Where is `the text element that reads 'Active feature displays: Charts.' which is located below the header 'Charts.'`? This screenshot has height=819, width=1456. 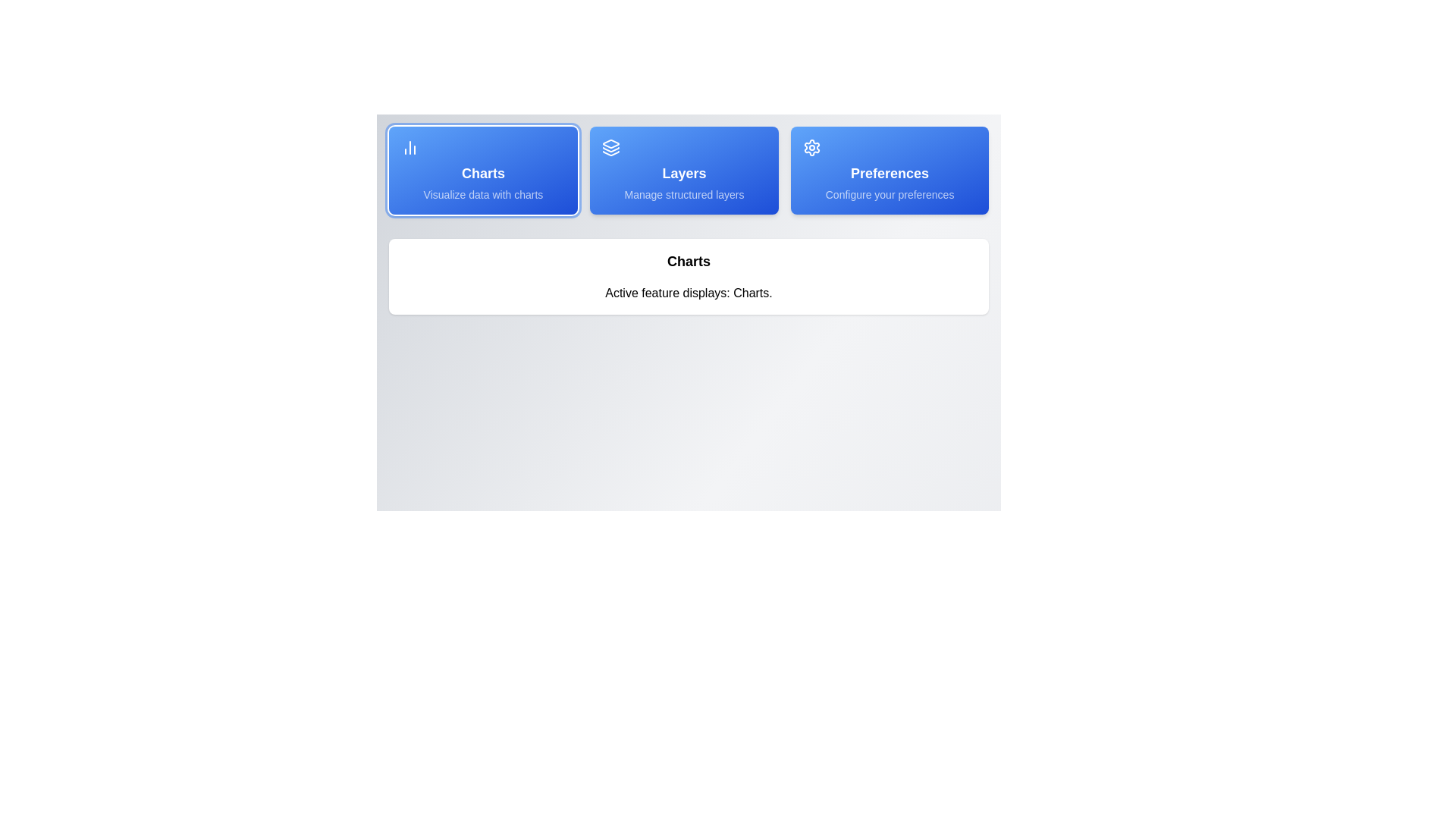
the text element that reads 'Active feature displays: Charts.' which is located below the header 'Charts.' is located at coordinates (688, 293).